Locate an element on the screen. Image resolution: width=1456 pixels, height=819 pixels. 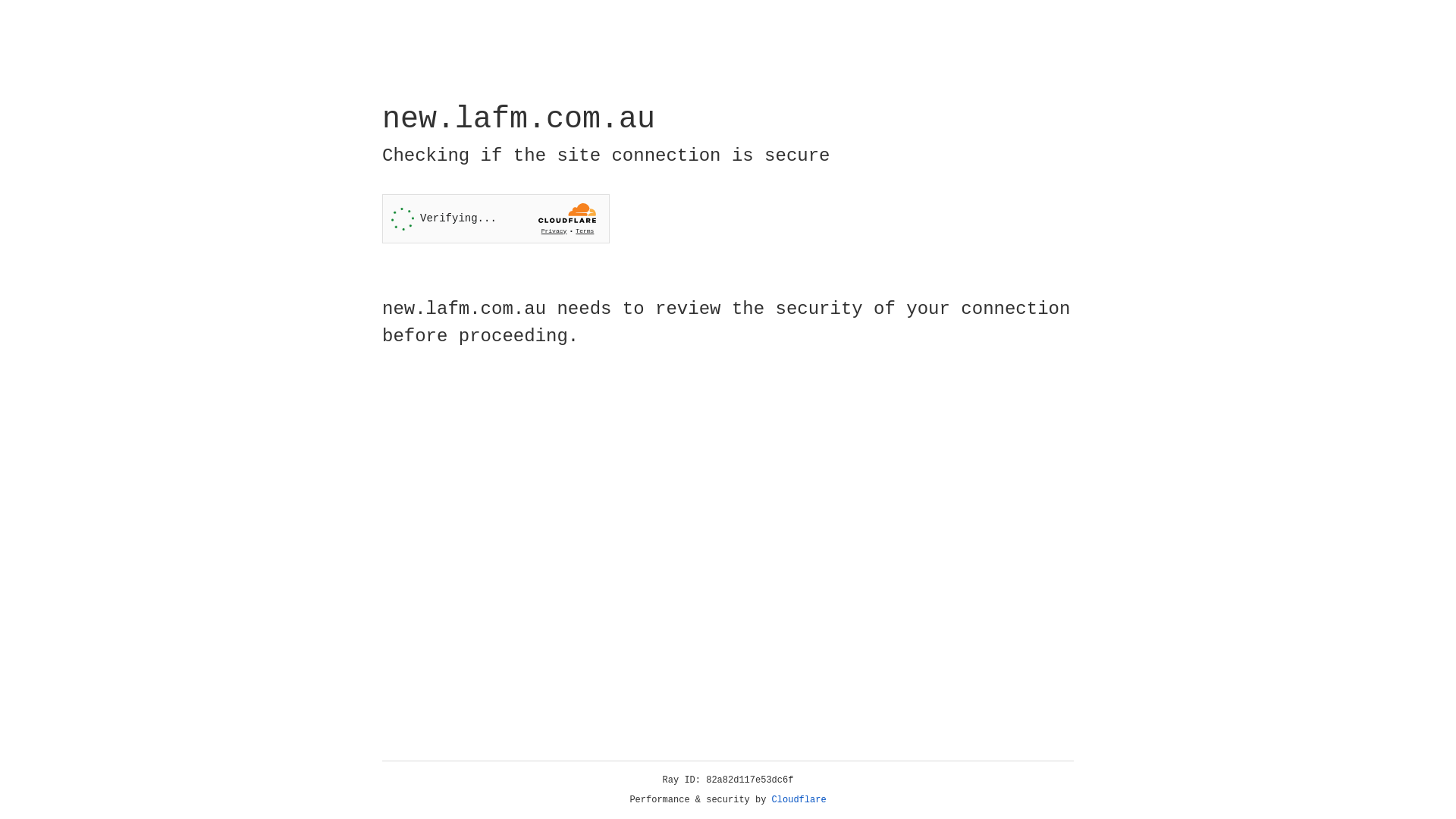
'Cloudflare' is located at coordinates (799, 799).